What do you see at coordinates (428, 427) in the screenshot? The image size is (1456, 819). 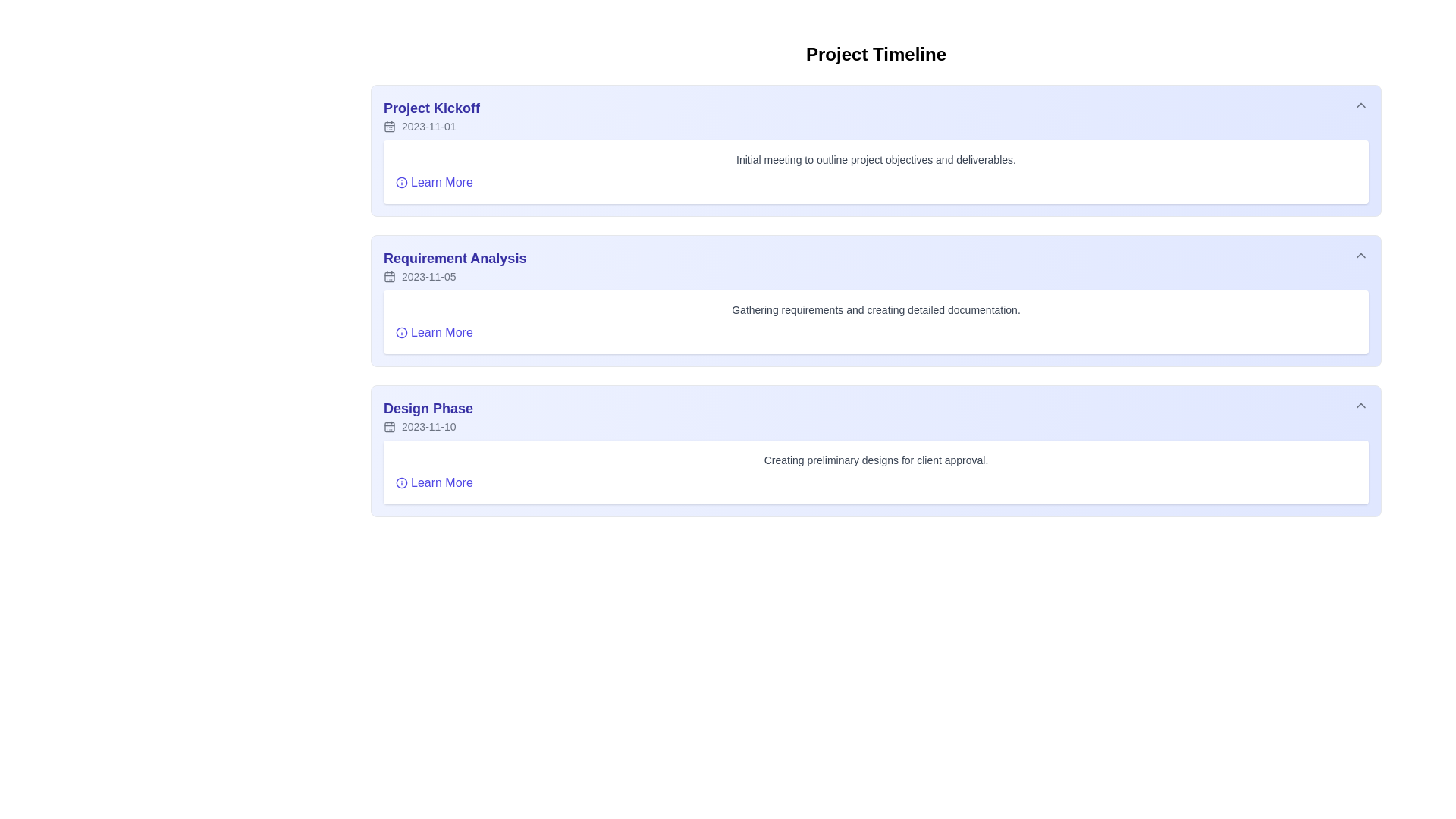 I see `the date label displaying '2023-11-10' which is located below the title 'Design Phase'` at bounding box center [428, 427].